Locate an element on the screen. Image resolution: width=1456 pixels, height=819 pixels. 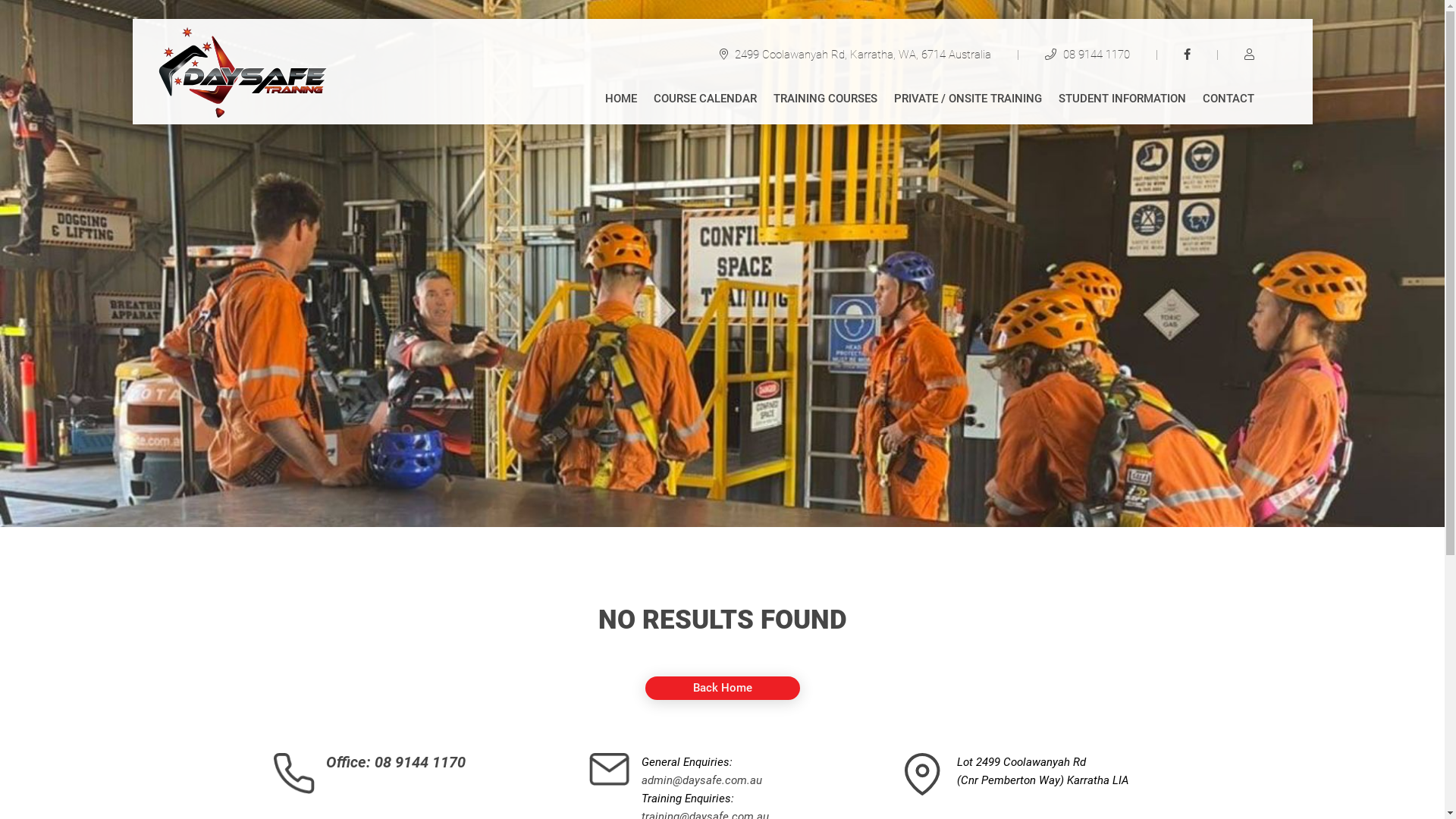
'HOME' is located at coordinates (604, 102).